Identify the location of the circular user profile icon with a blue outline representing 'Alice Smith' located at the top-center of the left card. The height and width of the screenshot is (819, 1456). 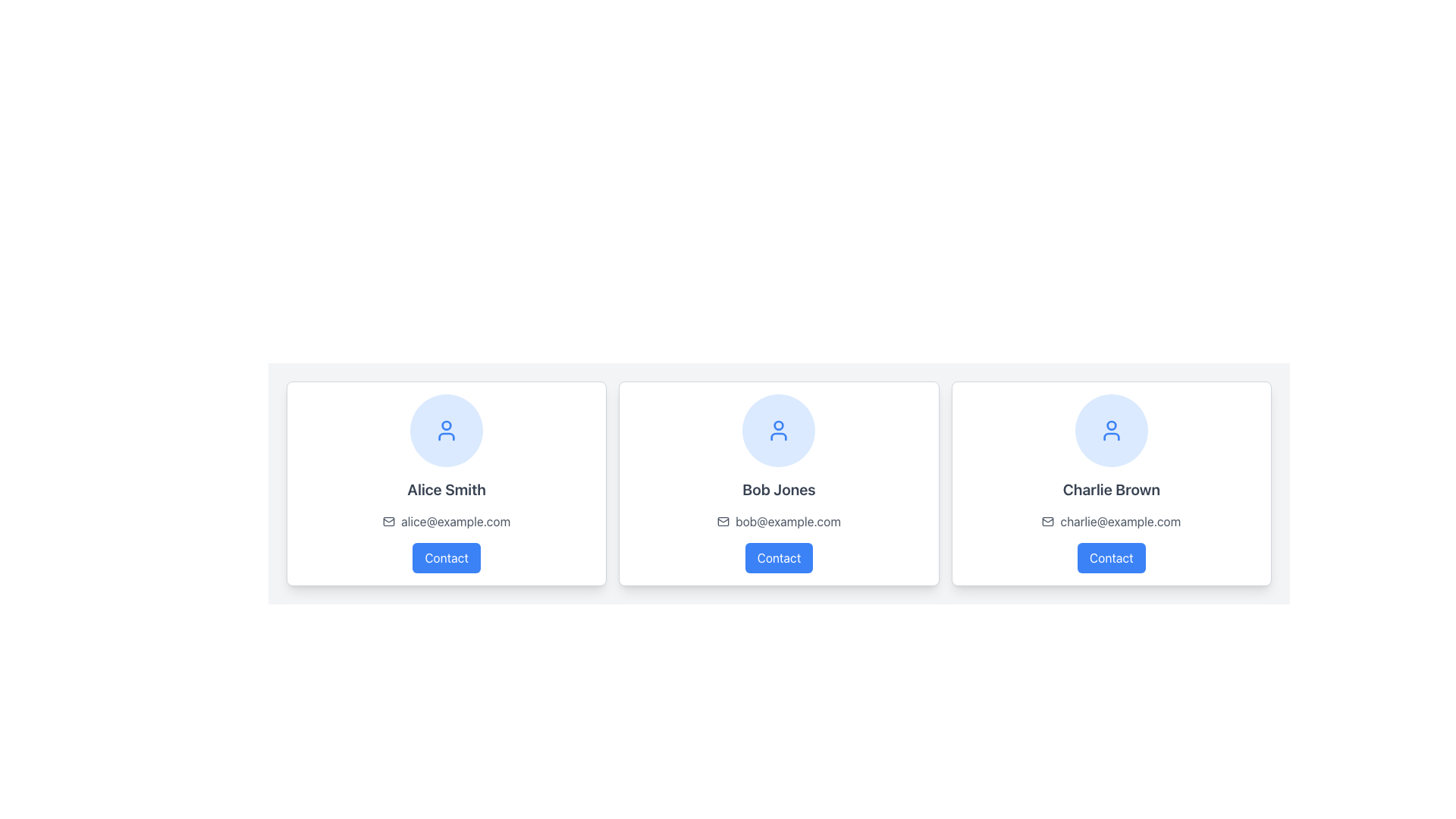
(446, 430).